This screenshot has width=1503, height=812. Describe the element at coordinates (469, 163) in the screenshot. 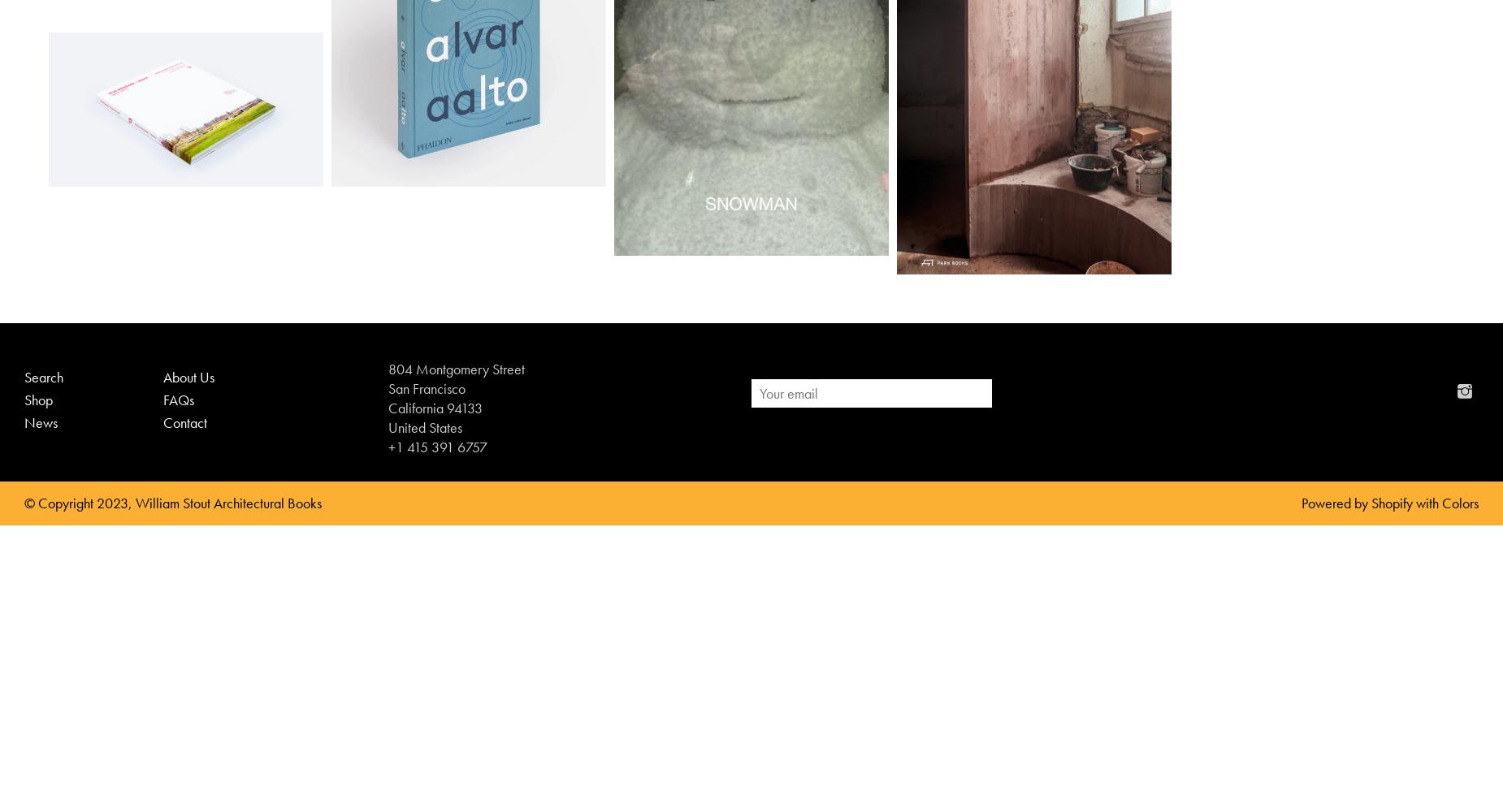

I see `'$150.00'` at that location.